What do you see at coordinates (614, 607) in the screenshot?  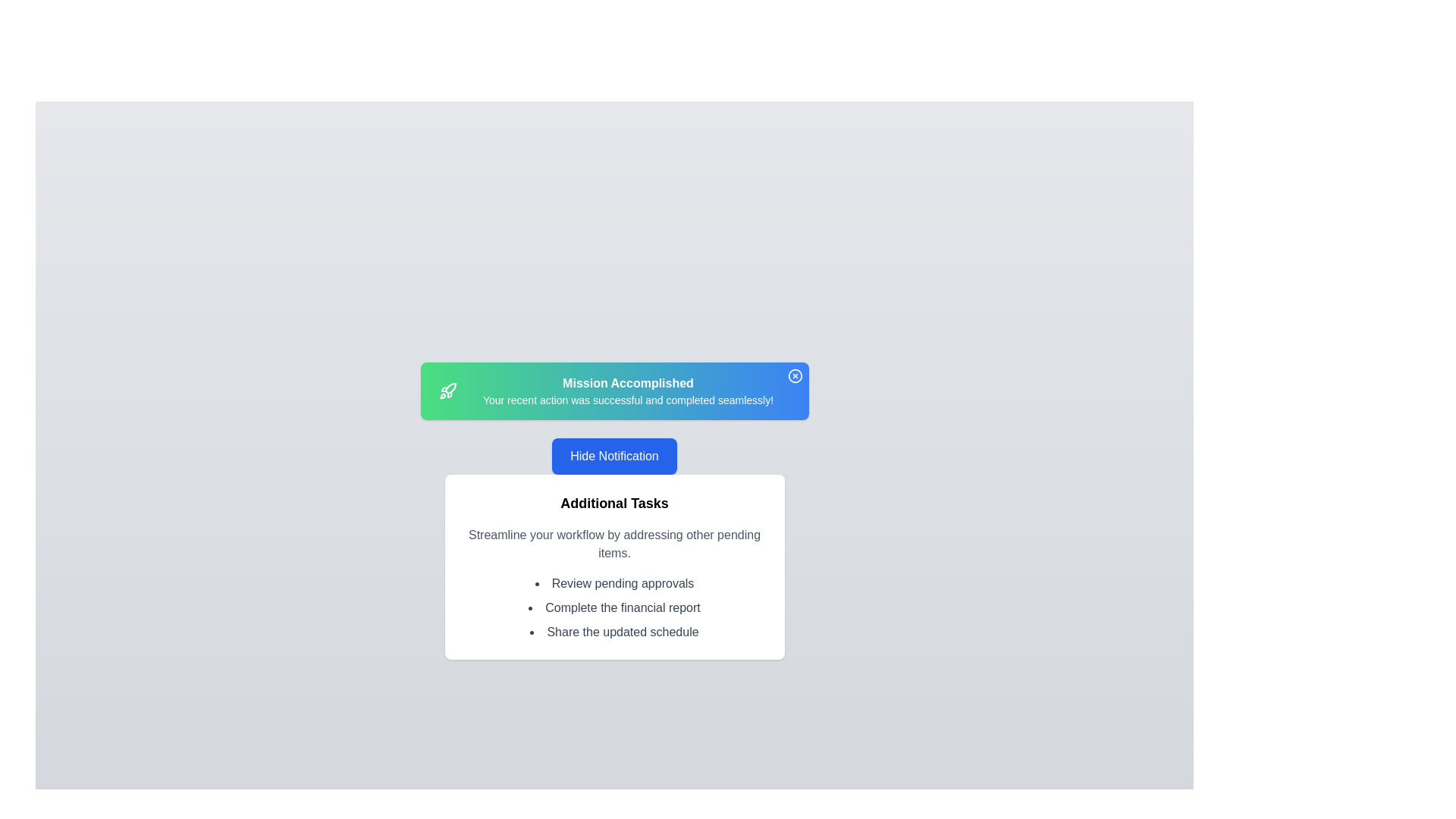 I see `the list item 'Complete the financial report' in the 'Additional Tasks' section` at bounding box center [614, 607].